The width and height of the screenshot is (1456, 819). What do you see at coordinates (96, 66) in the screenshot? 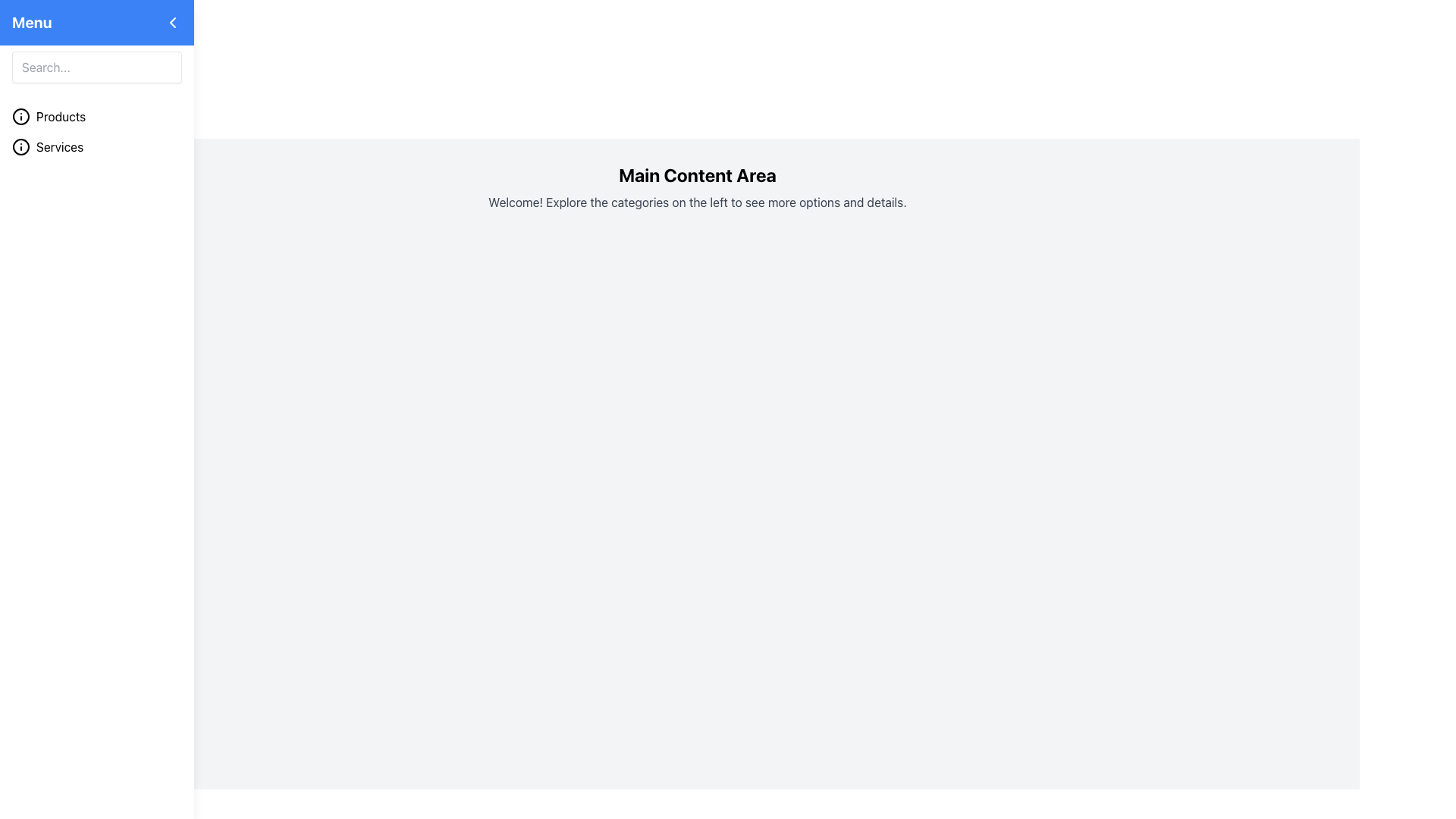
I see `the search bar located in the top-left corner of the sidebar section, directly below the title 'Menu' to focus the input` at bounding box center [96, 66].